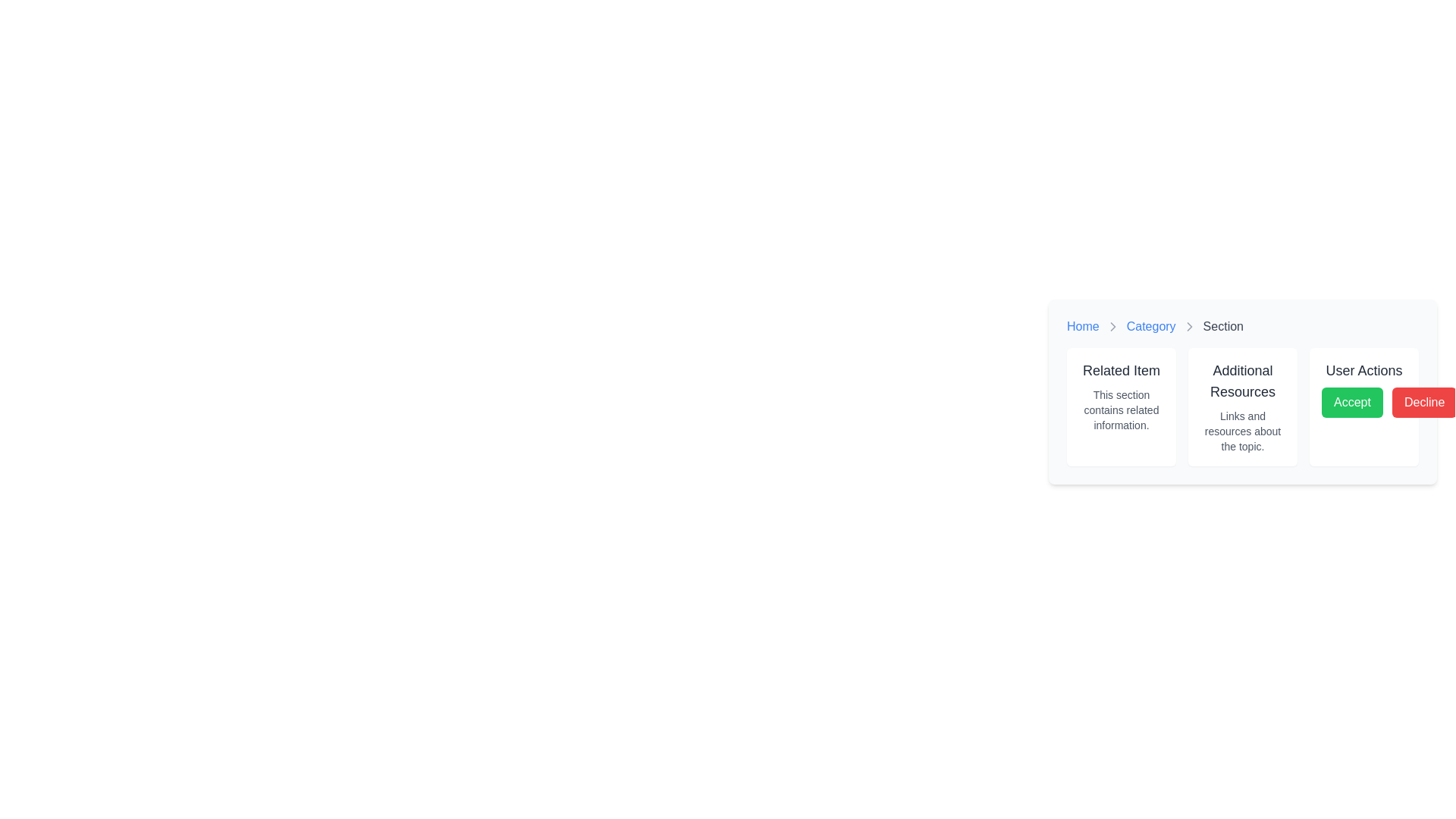  Describe the element at coordinates (1112, 326) in the screenshot. I see `the breadcrumb separator icon located between the 'Home' and 'Category' links in the navigation bar` at that location.